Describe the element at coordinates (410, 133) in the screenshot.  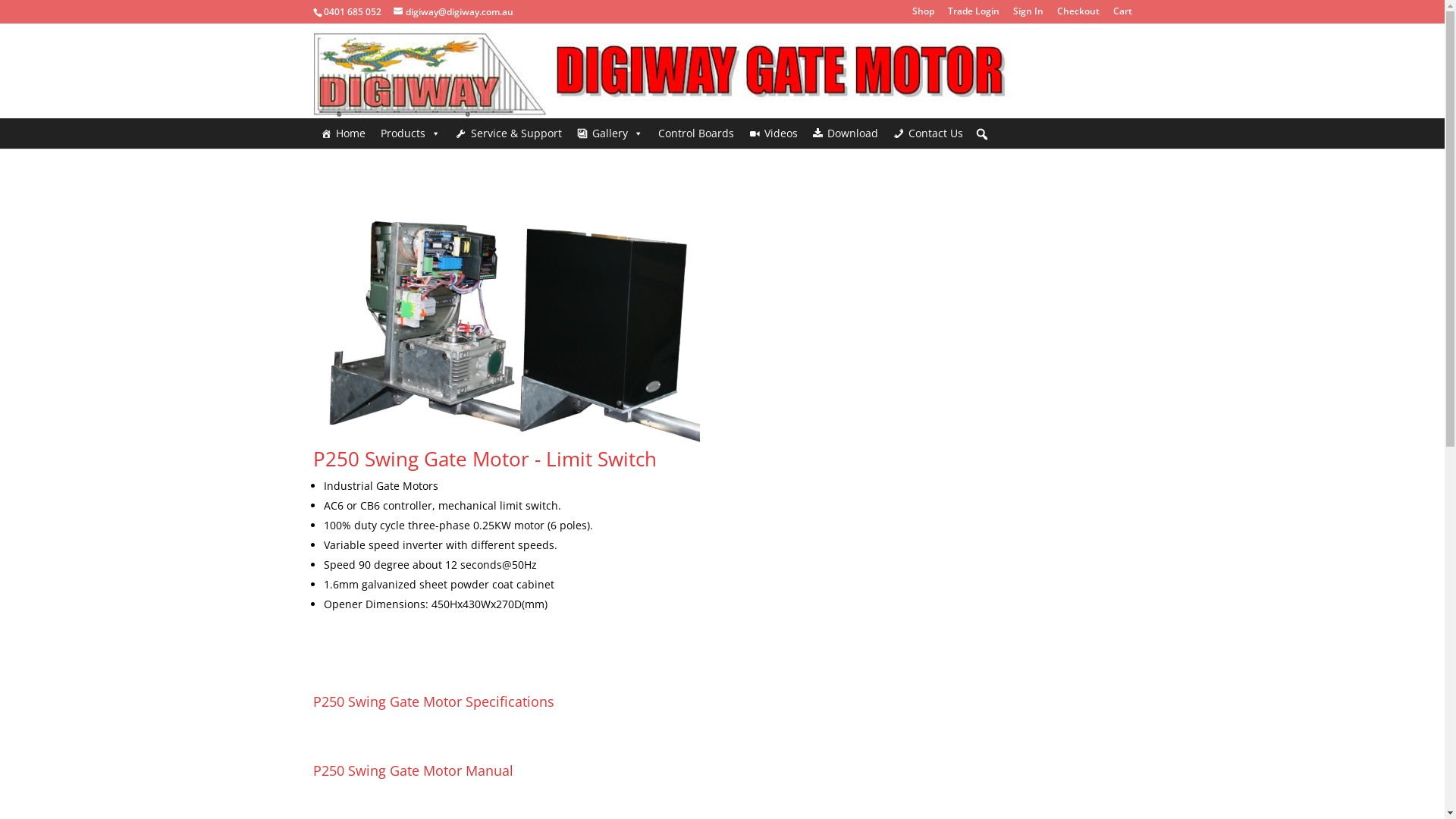
I see `'Products'` at that location.